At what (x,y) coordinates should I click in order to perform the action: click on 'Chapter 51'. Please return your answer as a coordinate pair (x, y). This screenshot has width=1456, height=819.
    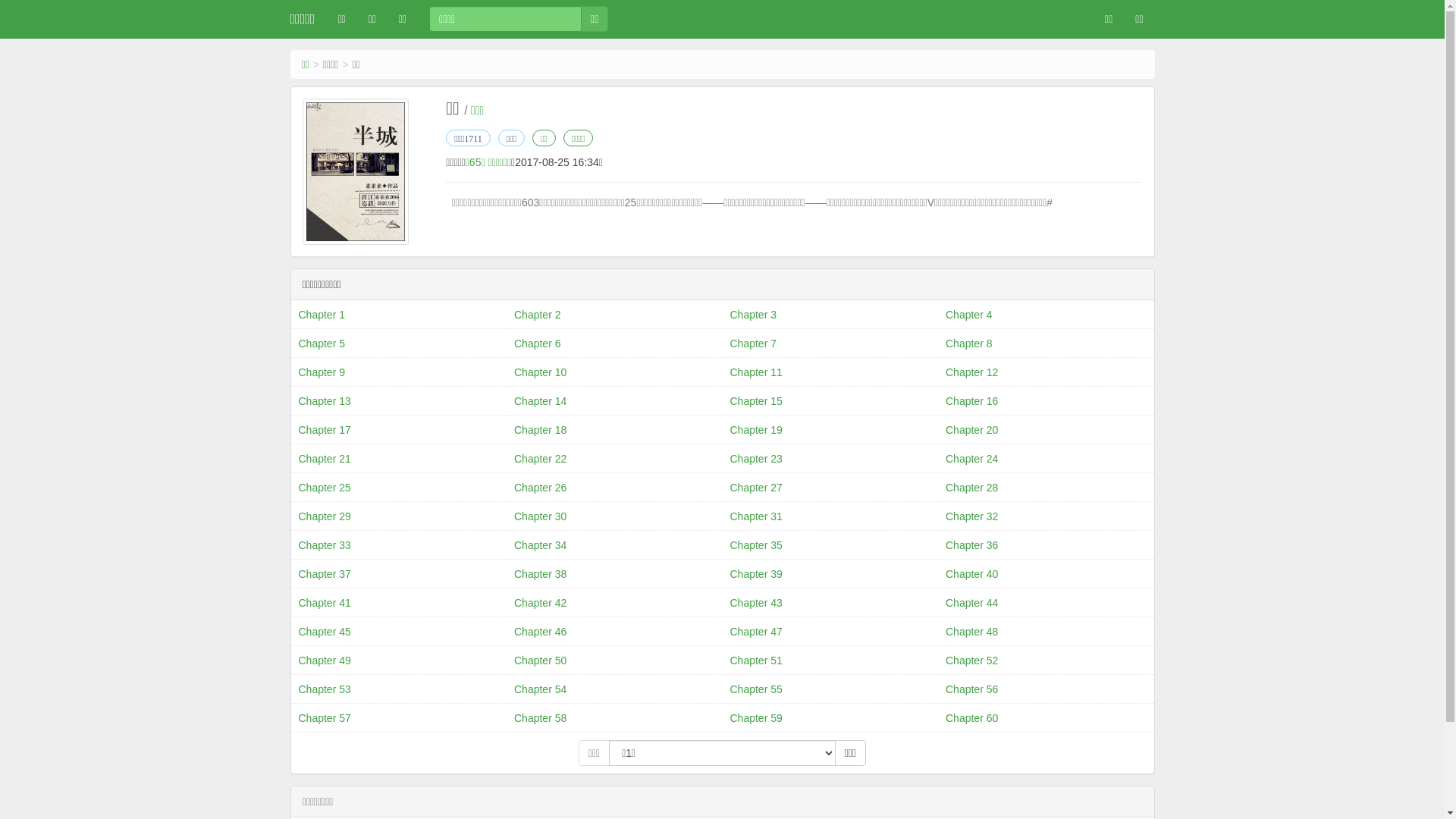
    Looking at the image, I should click on (729, 660).